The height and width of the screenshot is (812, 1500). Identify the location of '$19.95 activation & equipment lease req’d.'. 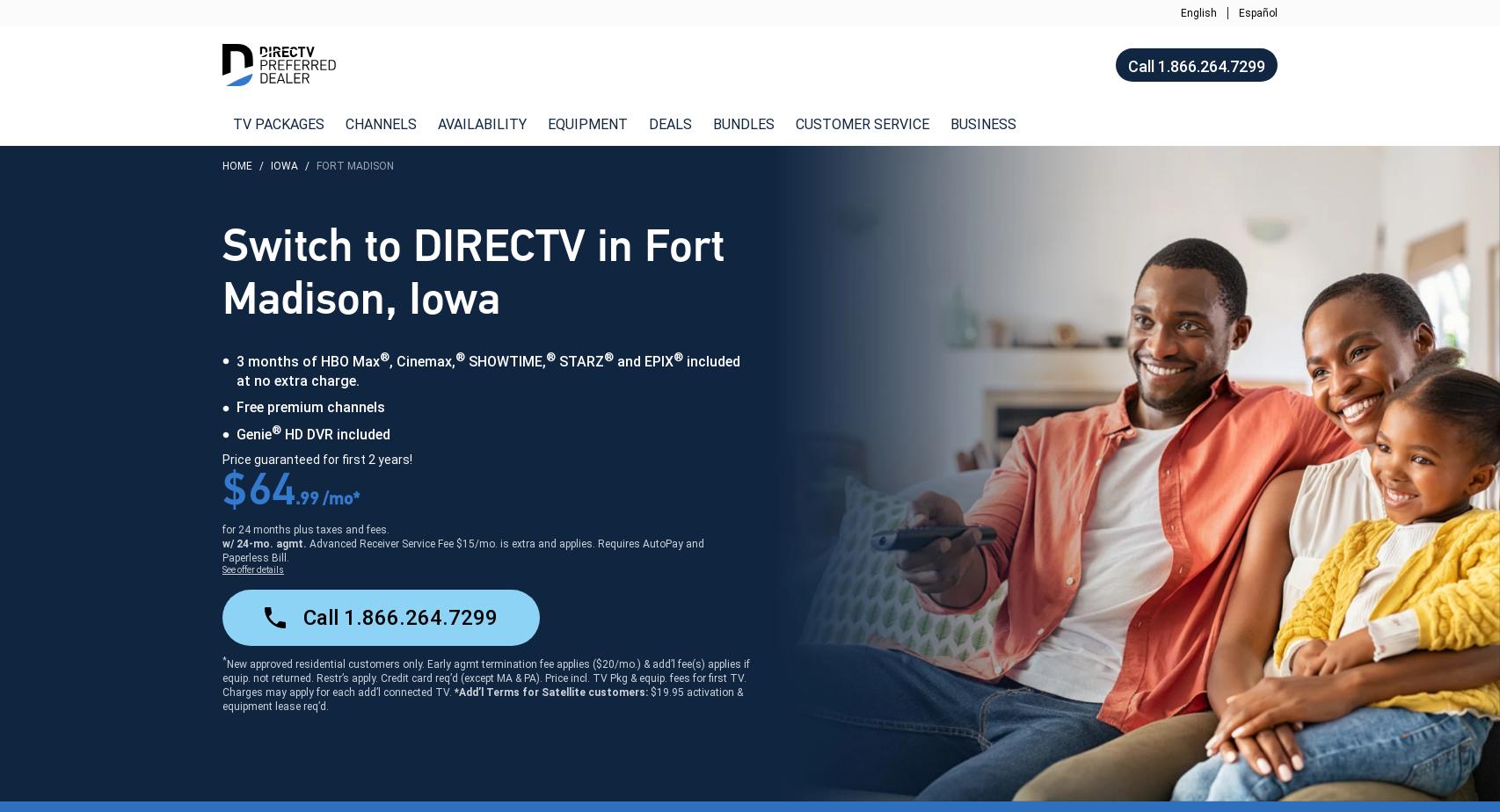
(481, 699).